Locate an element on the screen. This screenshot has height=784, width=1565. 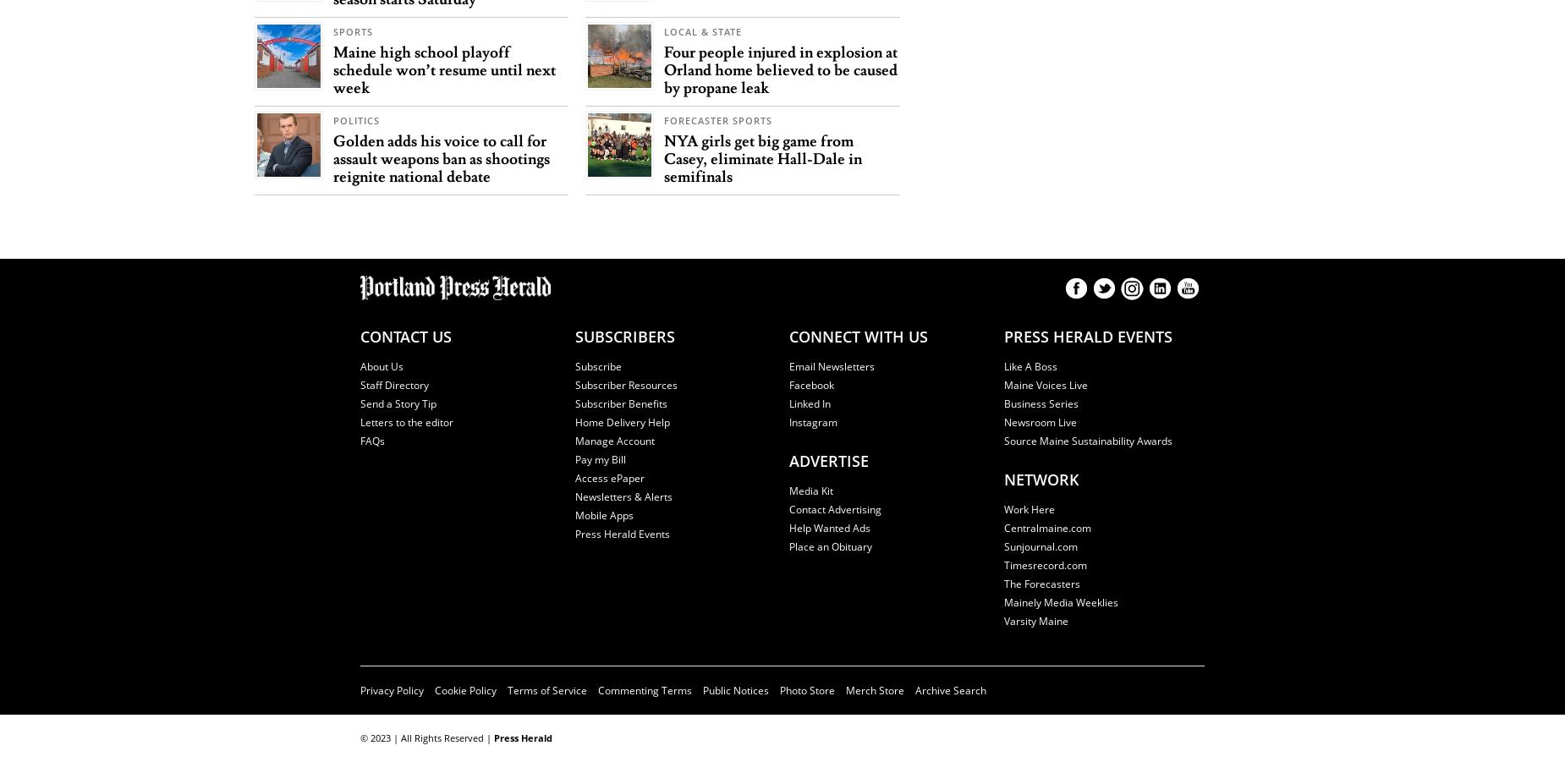
'Newsroom Live' is located at coordinates (1038, 421).